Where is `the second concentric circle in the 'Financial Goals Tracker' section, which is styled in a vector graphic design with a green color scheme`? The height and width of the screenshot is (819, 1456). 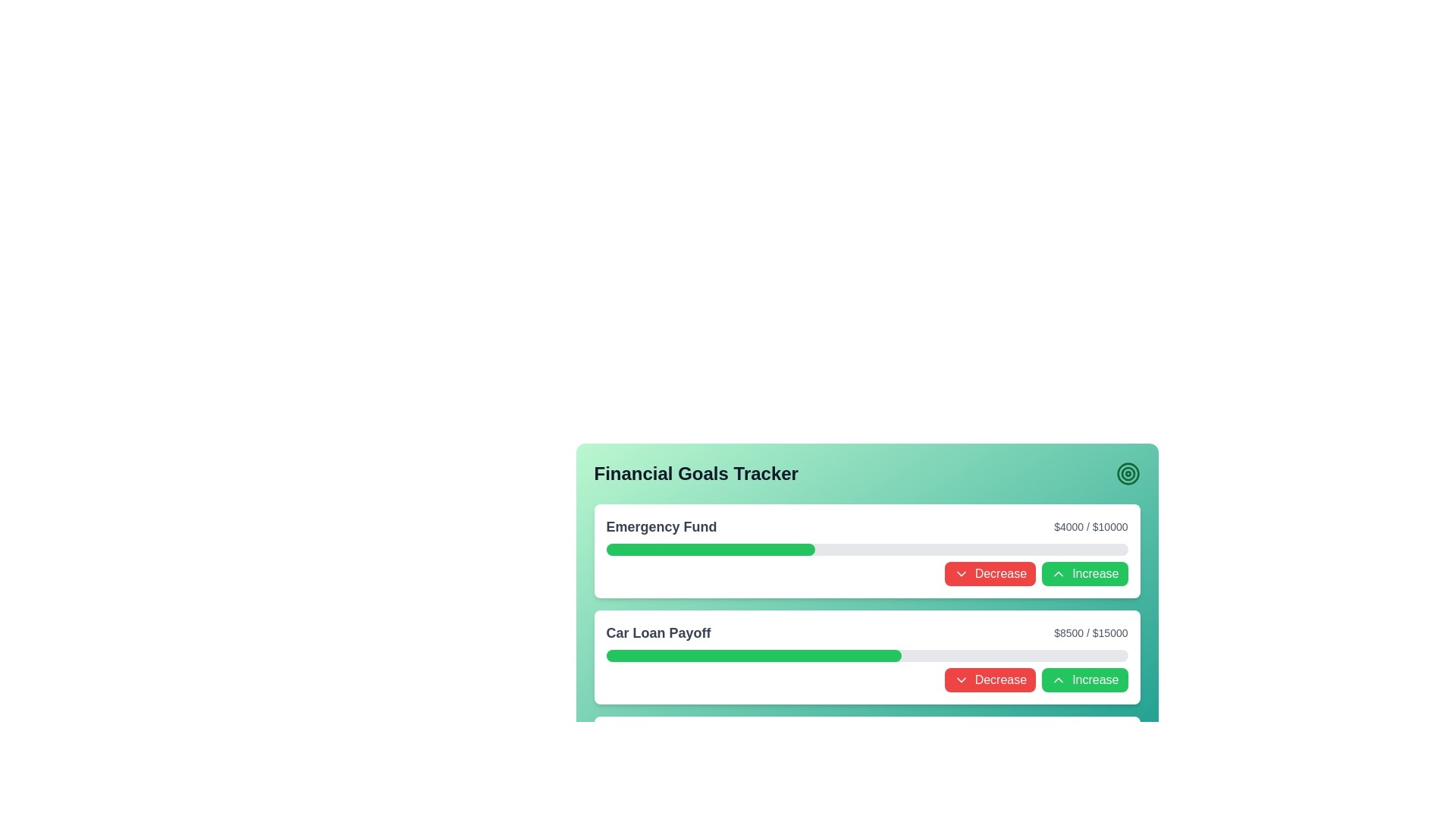
the second concentric circle in the 'Financial Goals Tracker' section, which is styled in a vector graphic design with a green color scheme is located at coordinates (1128, 472).